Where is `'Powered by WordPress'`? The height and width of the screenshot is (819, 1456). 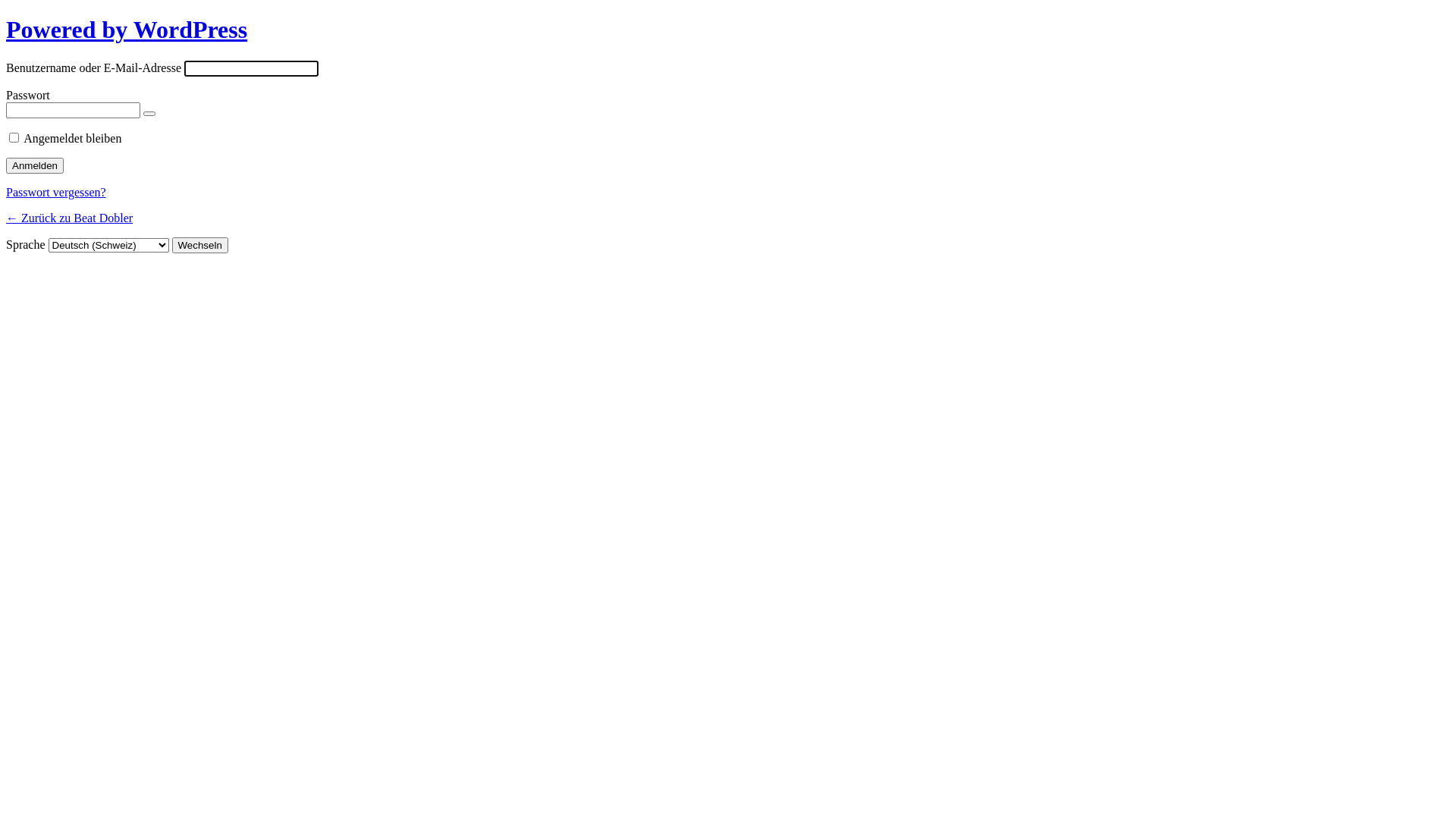 'Powered by WordPress' is located at coordinates (6, 29).